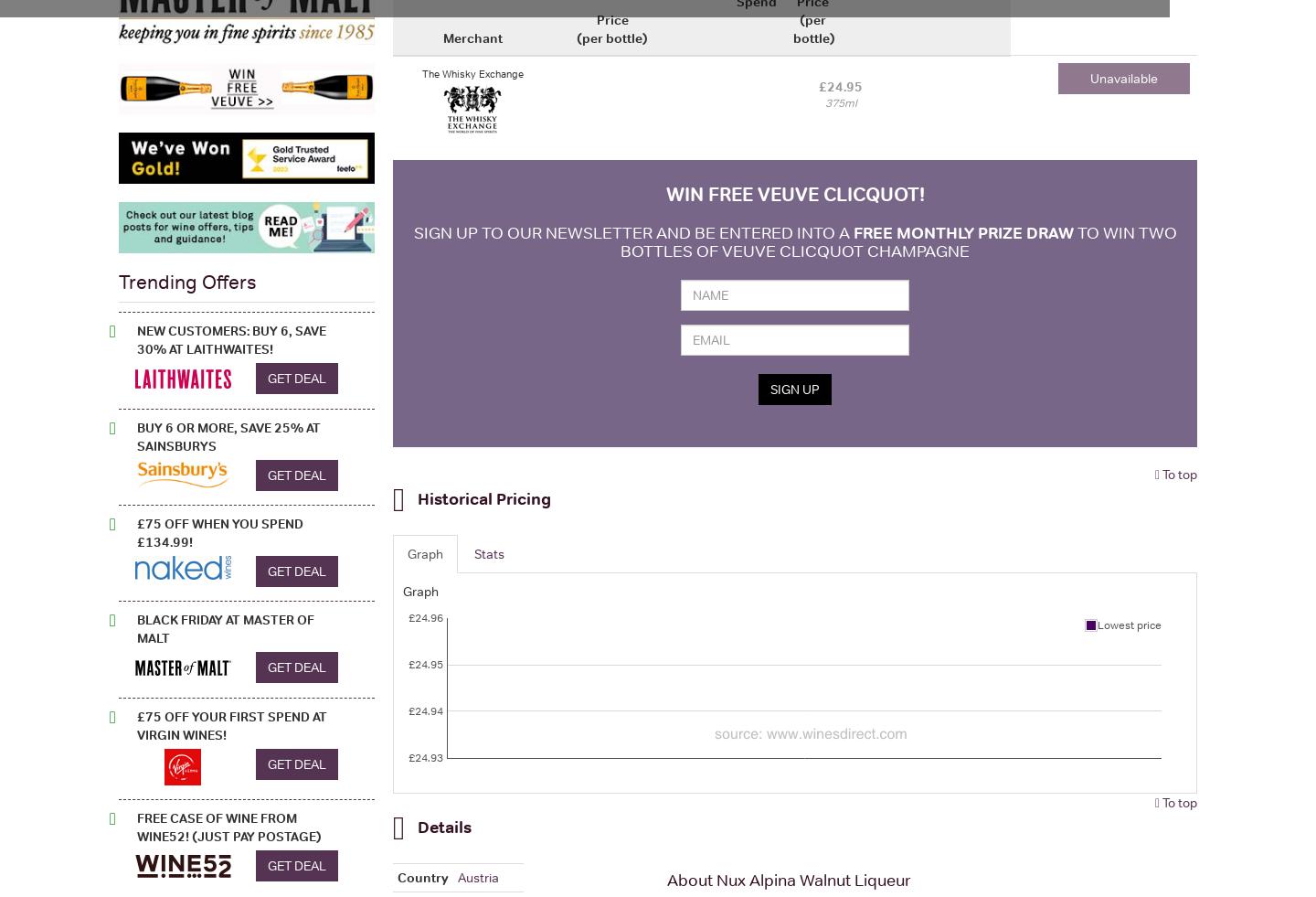  What do you see at coordinates (228, 826) in the screenshot?
I see `'FREE Case of Wine from Wine52! (Just pay postage)'` at bounding box center [228, 826].